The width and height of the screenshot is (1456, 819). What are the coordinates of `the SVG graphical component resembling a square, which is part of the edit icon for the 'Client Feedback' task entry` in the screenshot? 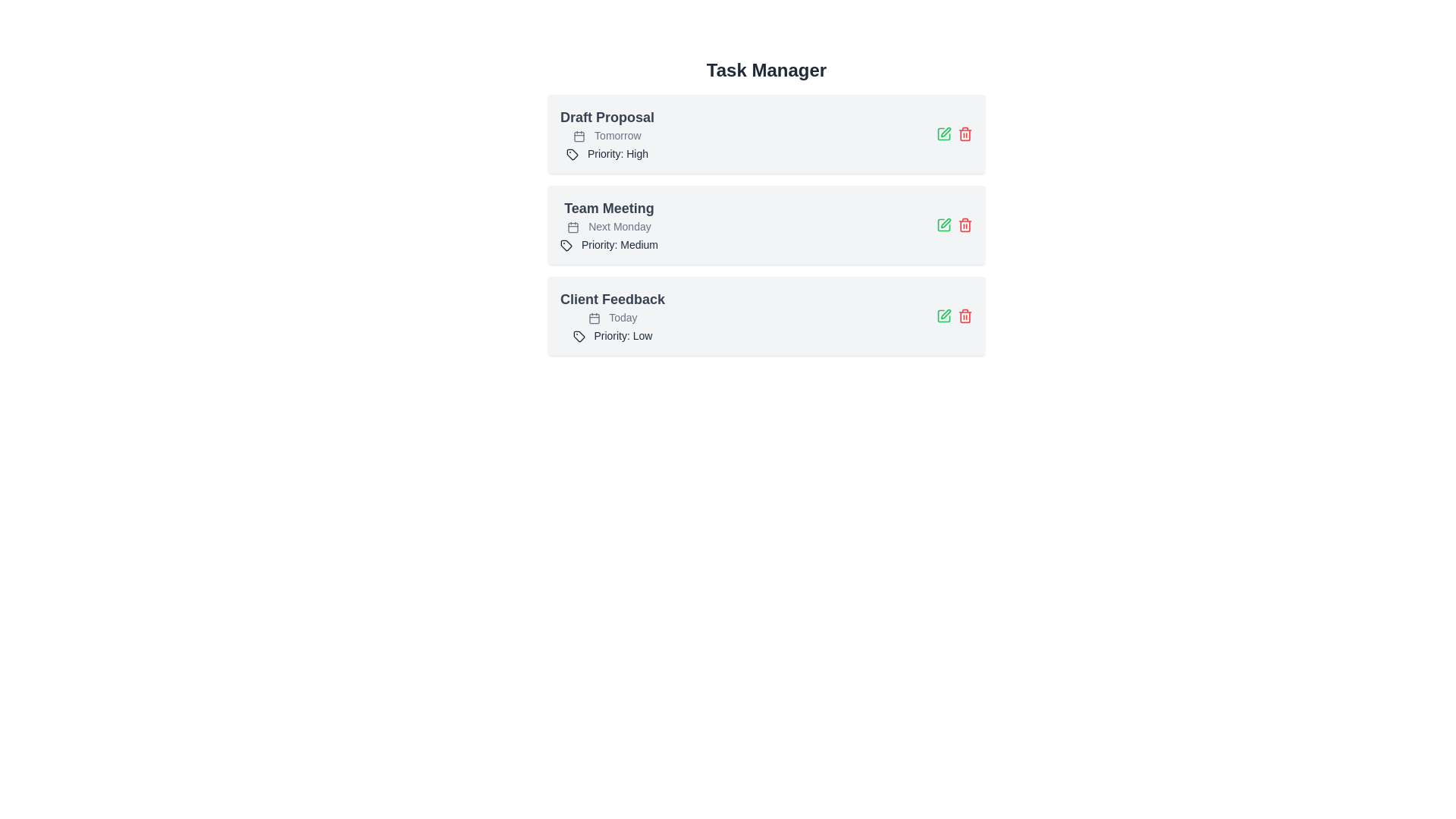 It's located at (943, 315).